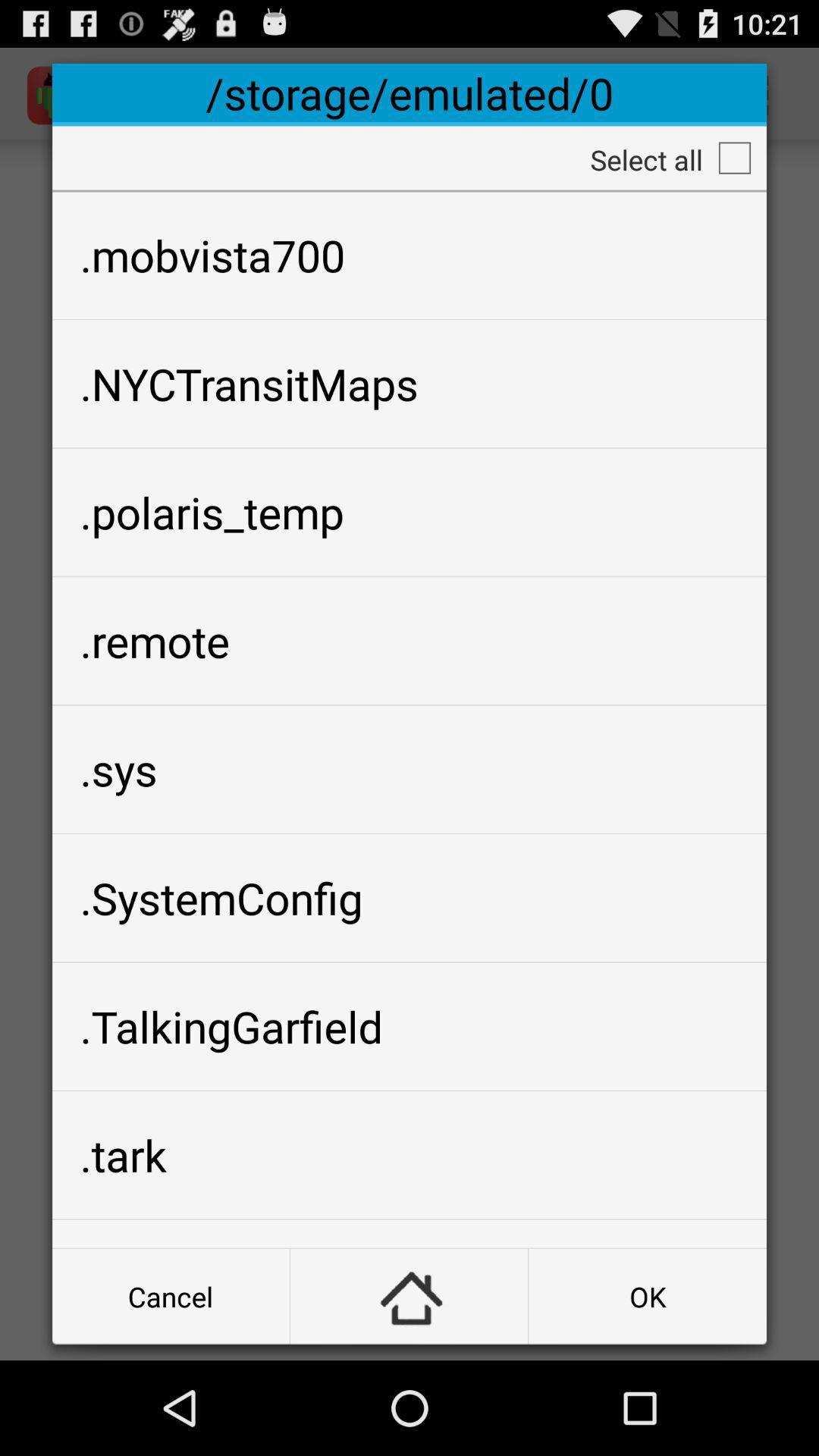  I want to click on icon below .nyctransitmaps app, so click(409, 512).